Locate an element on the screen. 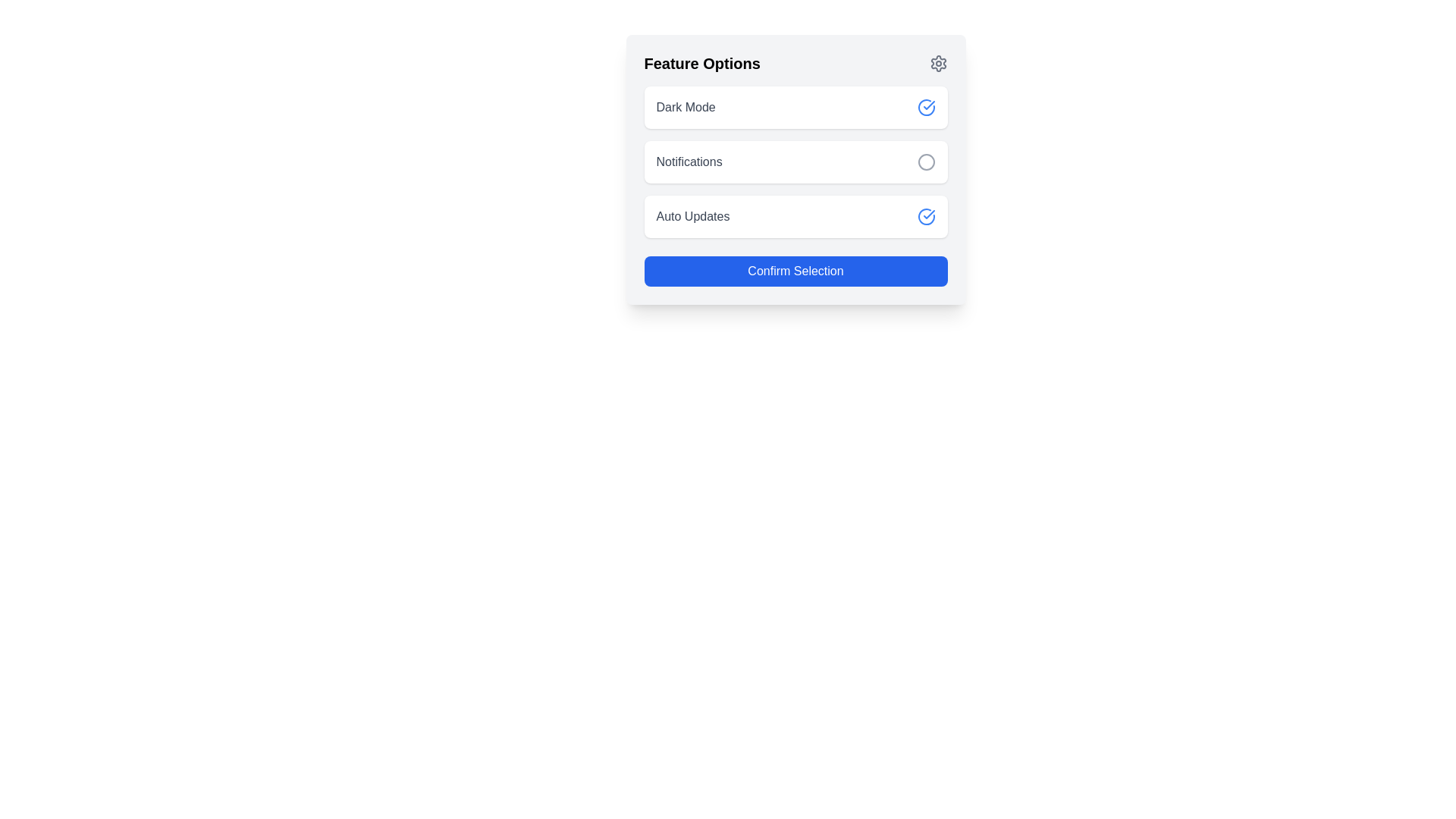  the confirmation button located at the bottom of the feature options panel, directly below the 'Auto Updates' toggle, to confirm the selection is located at coordinates (795, 271).